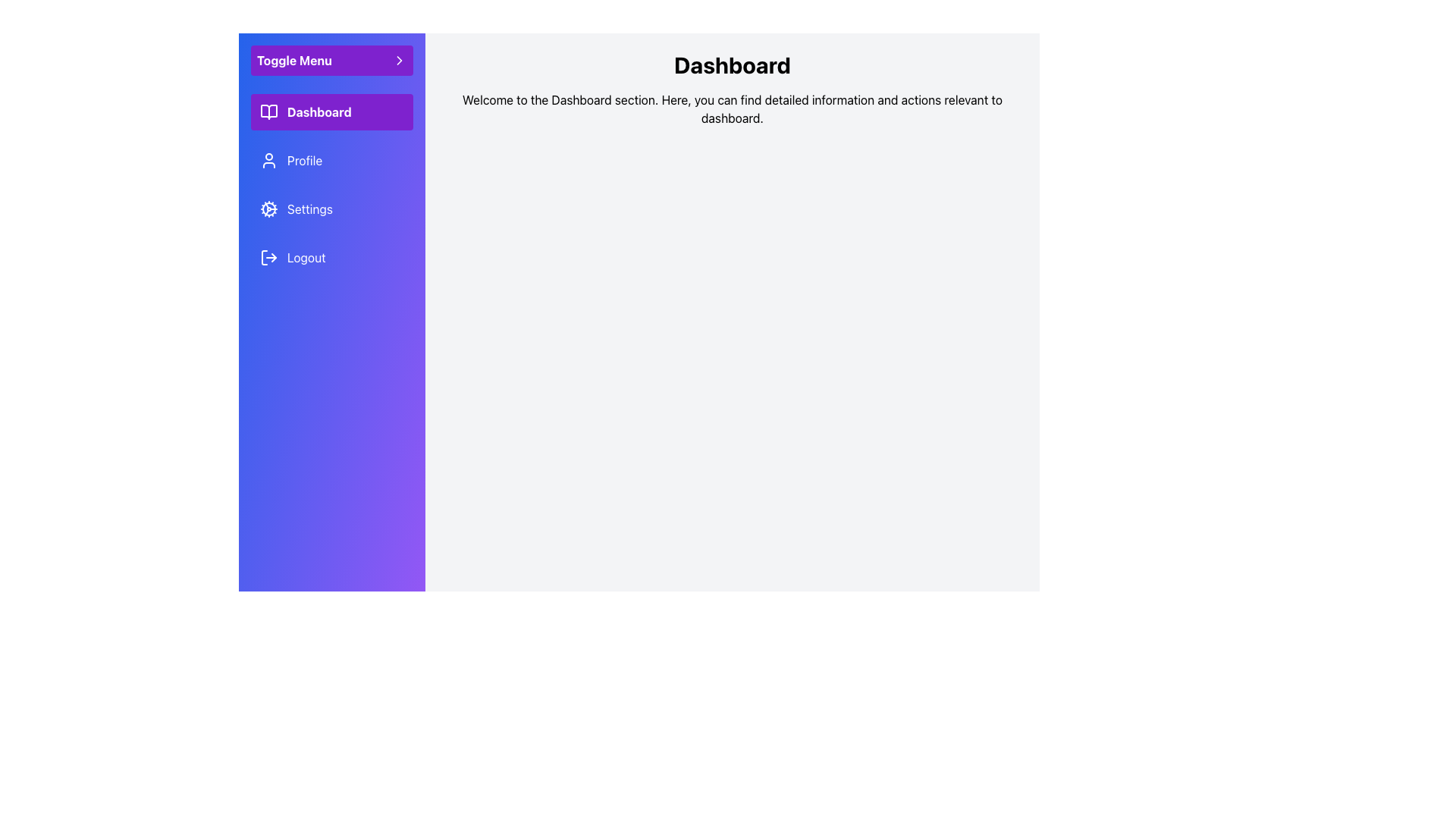  What do you see at coordinates (331, 256) in the screenshot?
I see `the logout button located at the bottom of the side menu panel, which is aligned to the left under 'Settings', to log out of the account` at bounding box center [331, 256].